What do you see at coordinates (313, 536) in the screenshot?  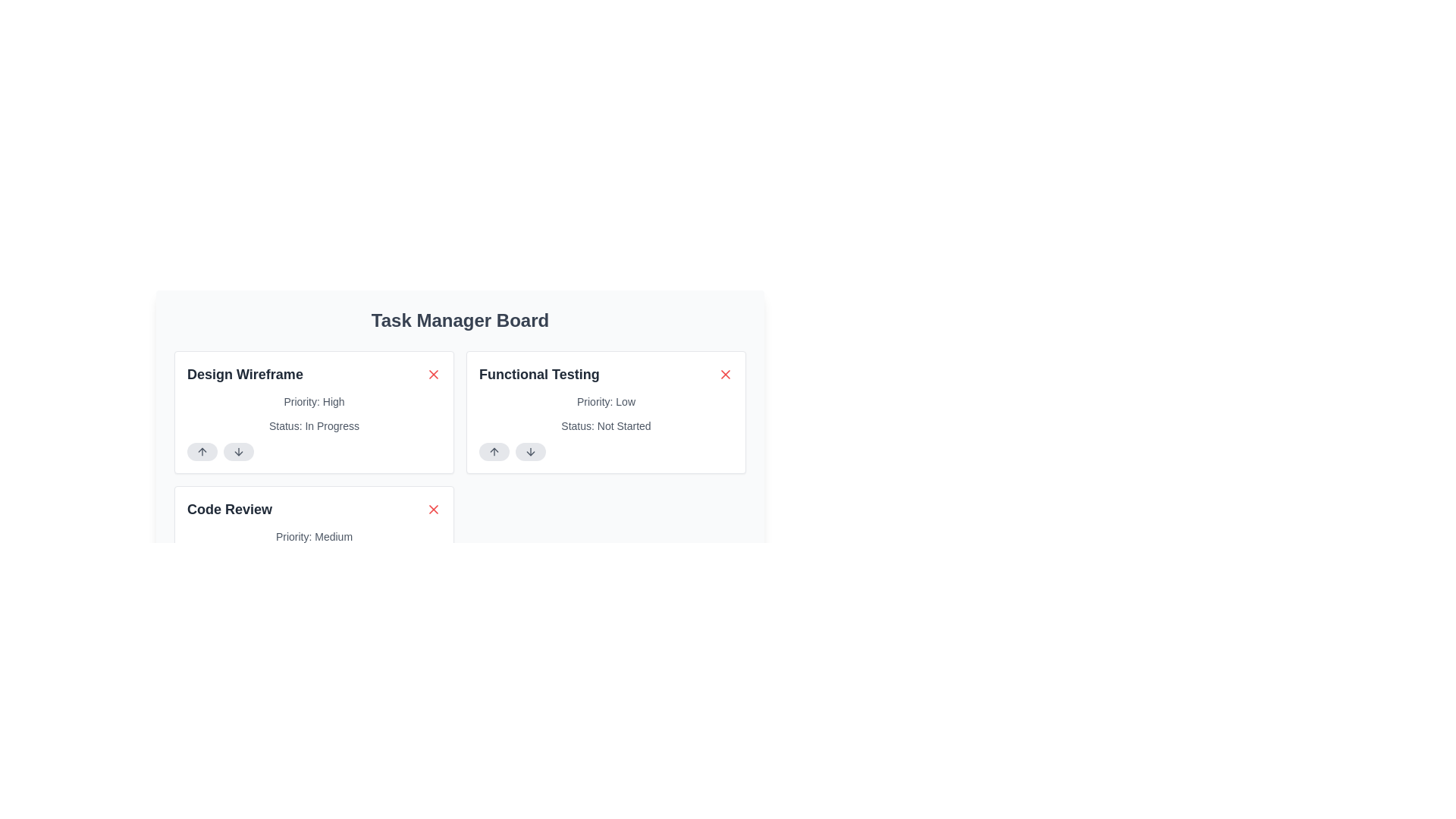 I see `the text label 'Priority: Medium' which is styled in gray and is located within the 'Code Review' task card, directly below the task title` at bounding box center [313, 536].